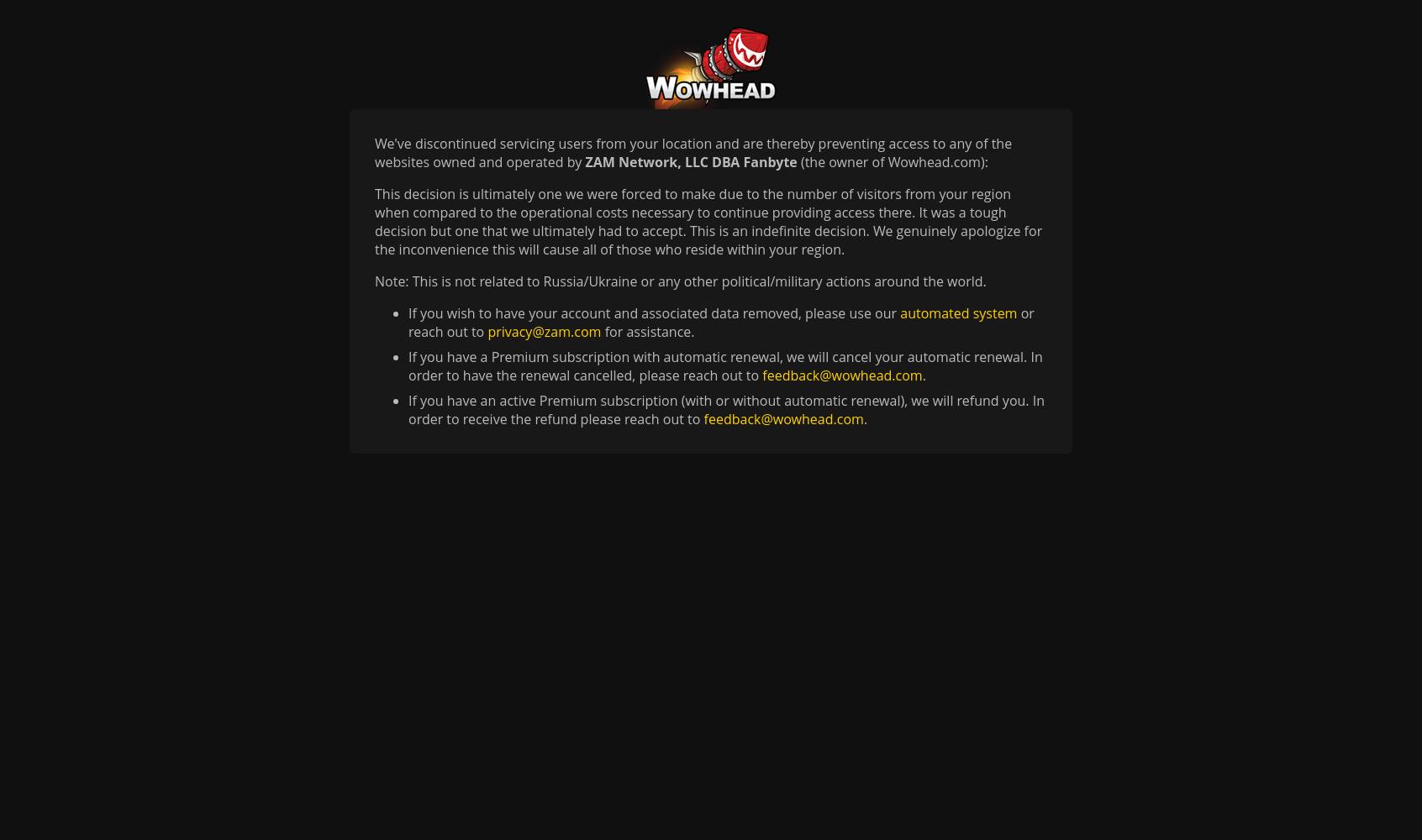  I want to click on 'ZAM Network, LLC DBA Fanbyte', so click(690, 161).